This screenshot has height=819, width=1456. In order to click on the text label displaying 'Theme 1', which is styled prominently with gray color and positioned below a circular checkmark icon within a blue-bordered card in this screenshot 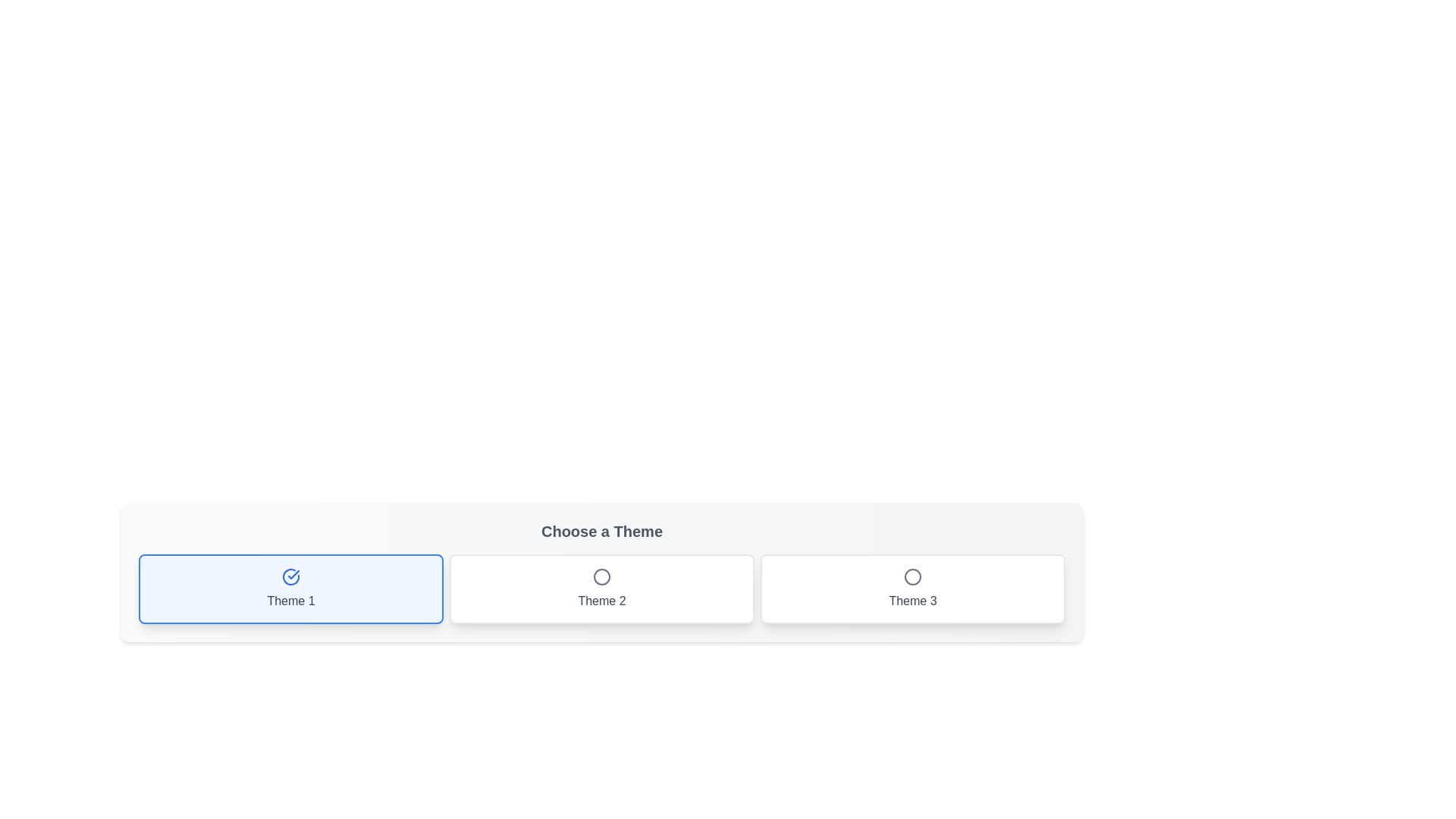, I will do `click(291, 601)`.